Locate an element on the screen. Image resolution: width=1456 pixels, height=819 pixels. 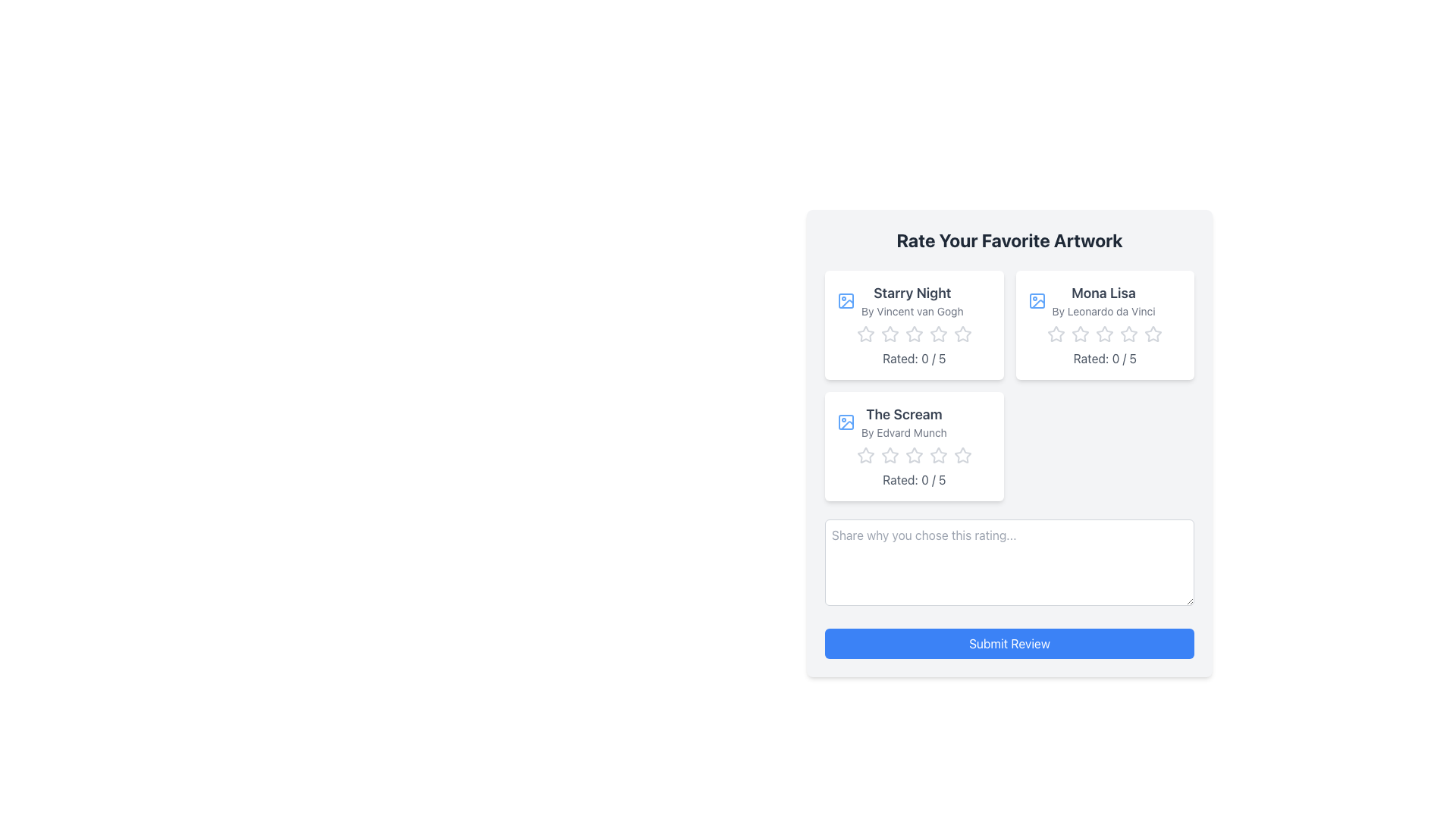
the second star-shaped rating icon in light gray below the 'Mona Lisa' artwork card to set the rating is located at coordinates (1080, 333).